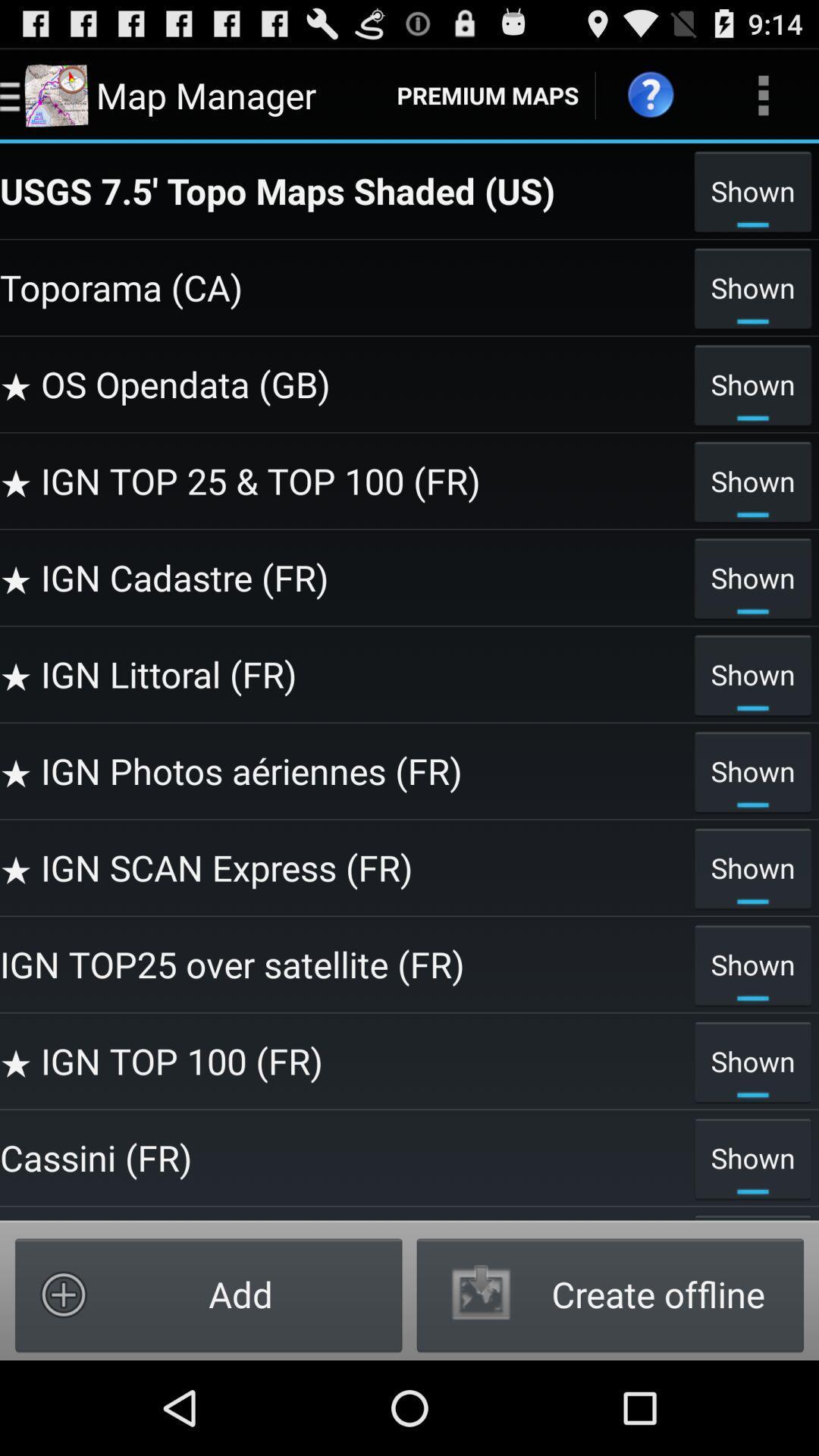 Image resolution: width=819 pixels, height=1456 pixels. What do you see at coordinates (343, 673) in the screenshot?
I see `icon below the shown icon` at bounding box center [343, 673].